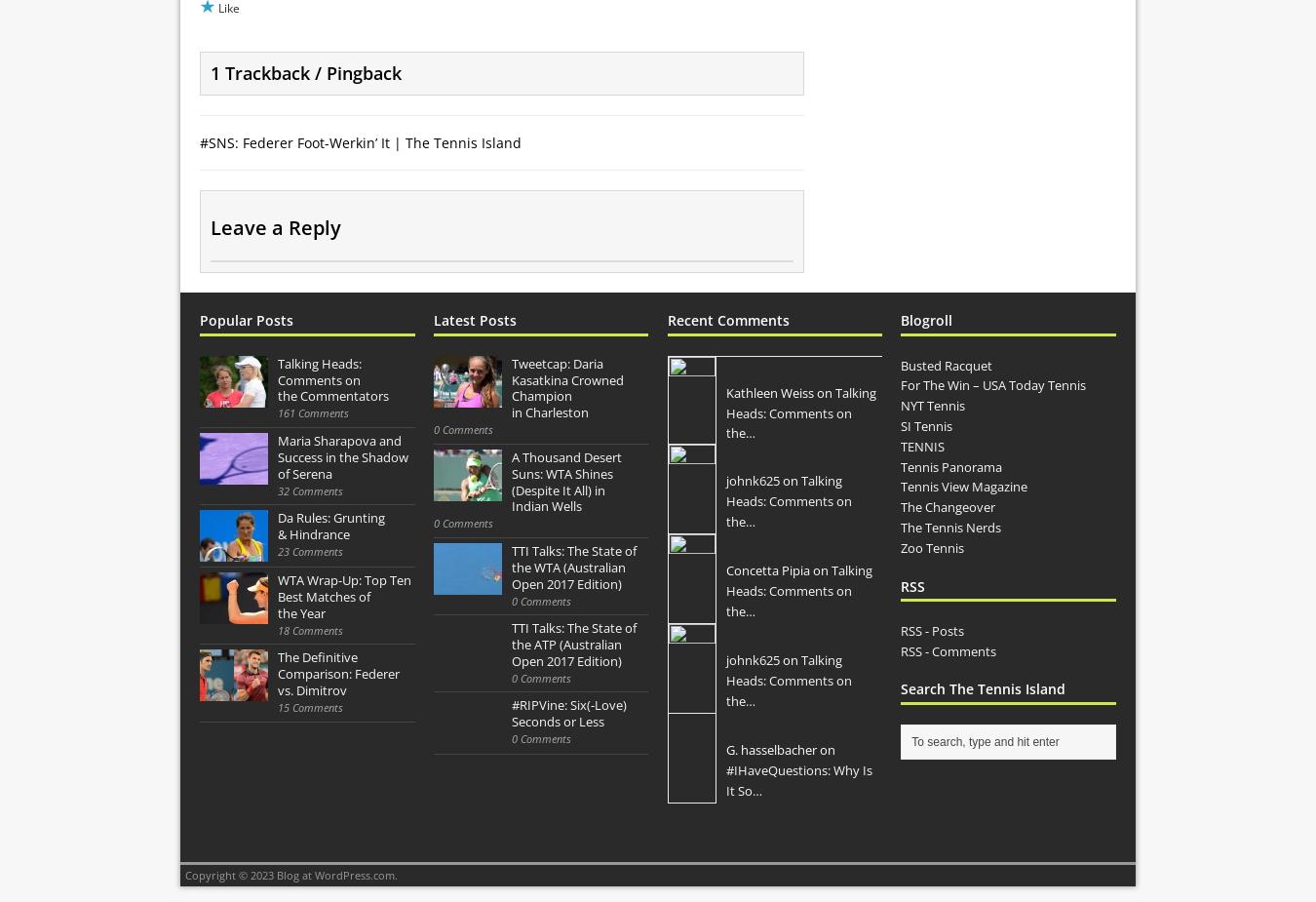  What do you see at coordinates (274, 226) in the screenshot?
I see `'Leave a Reply'` at bounding box center [274, 226].